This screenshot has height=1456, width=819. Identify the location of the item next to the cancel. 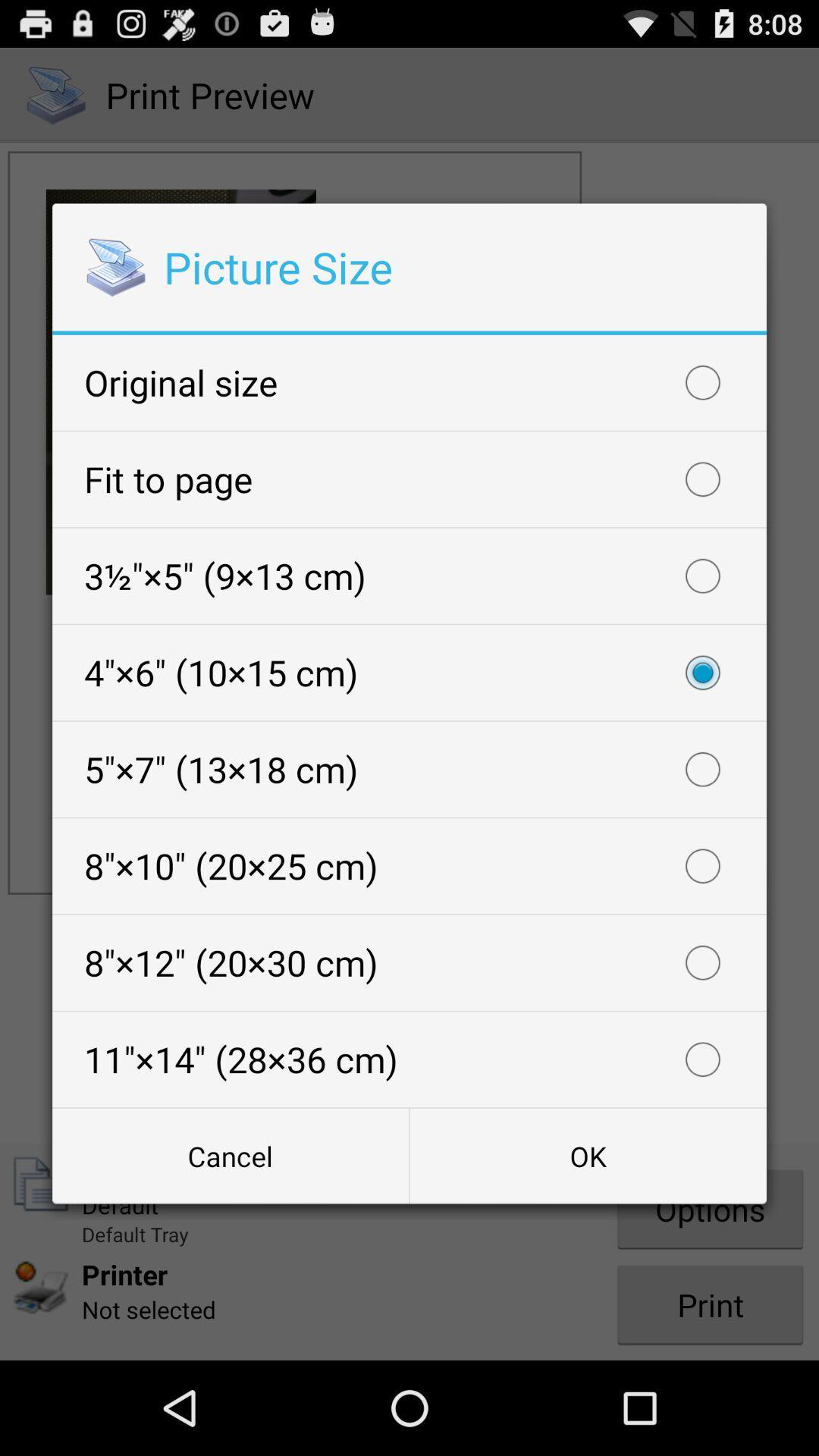
(587, 1155).